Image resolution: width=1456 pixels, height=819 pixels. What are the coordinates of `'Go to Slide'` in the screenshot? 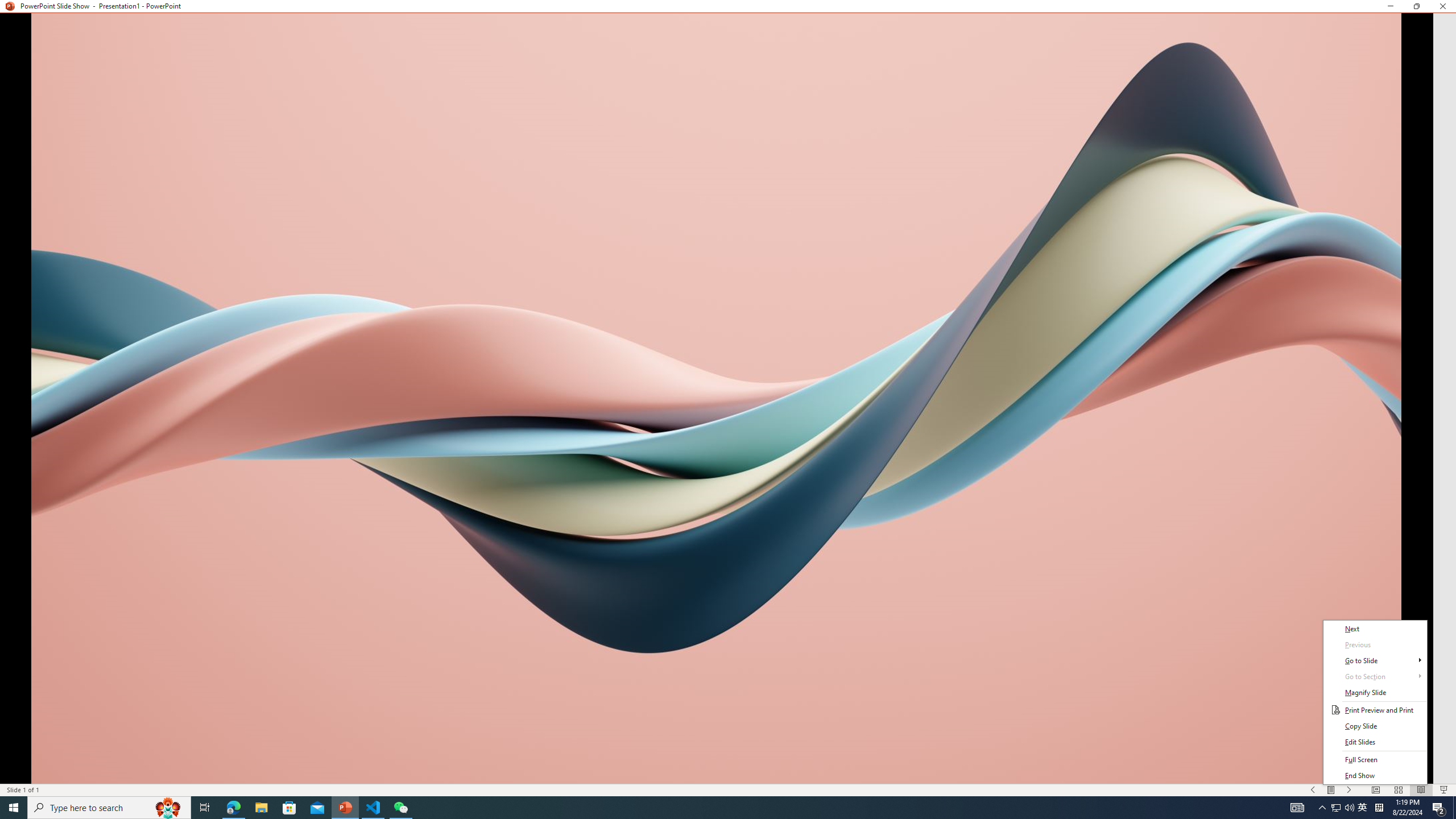 It's located at (1375, 660).